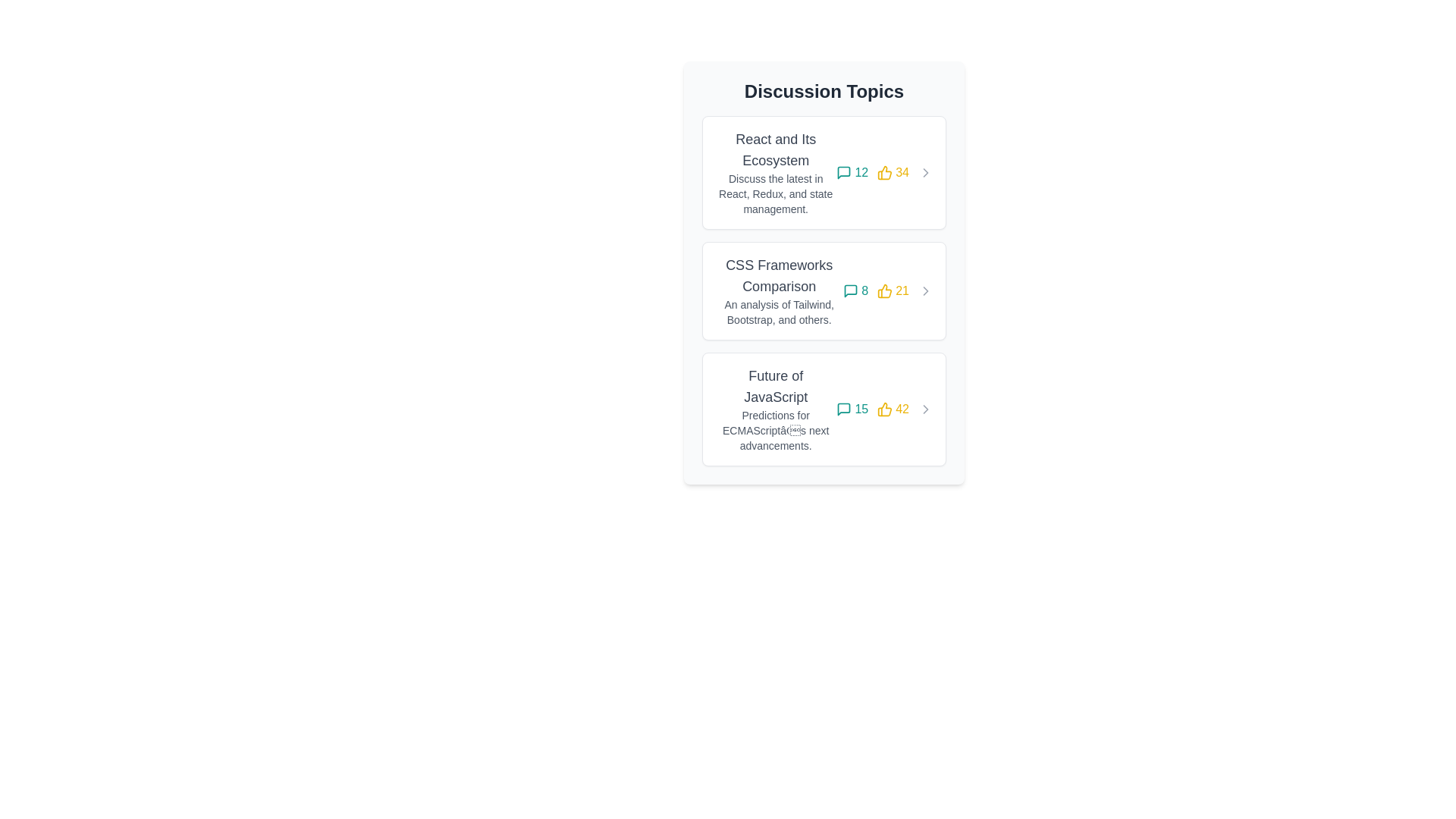 The image size is (1456, 819). Describe the element at coordinates (776, 409) in the screenshot. I see `the text display element that summarizes the discussion topic title and description` at that location.